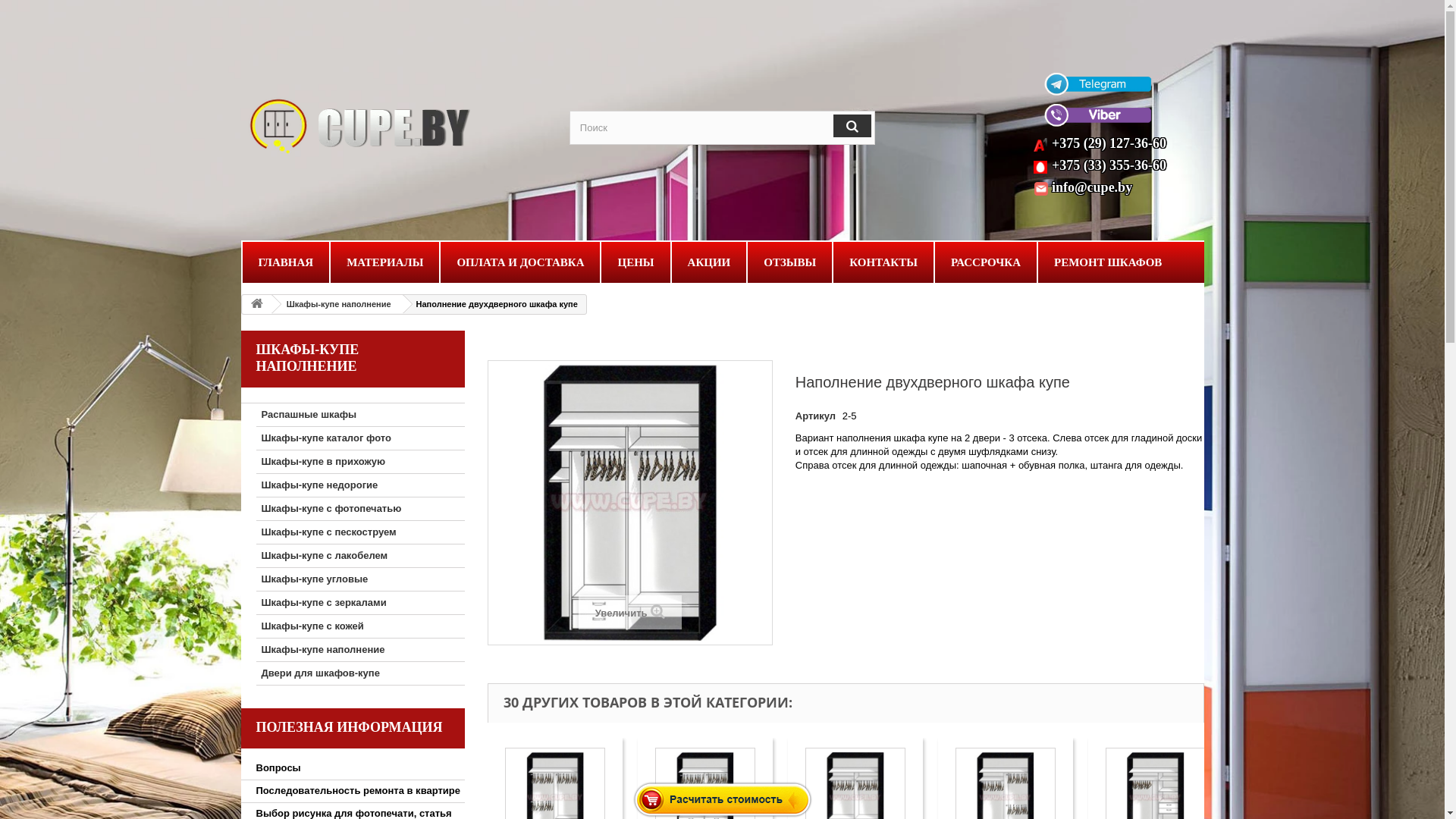 This screenshot has width=1456, height=819. Describe the element at coordinates (1109, 165) in the screenshot. I see `'+375 (33) 355-36-60'` at that location.